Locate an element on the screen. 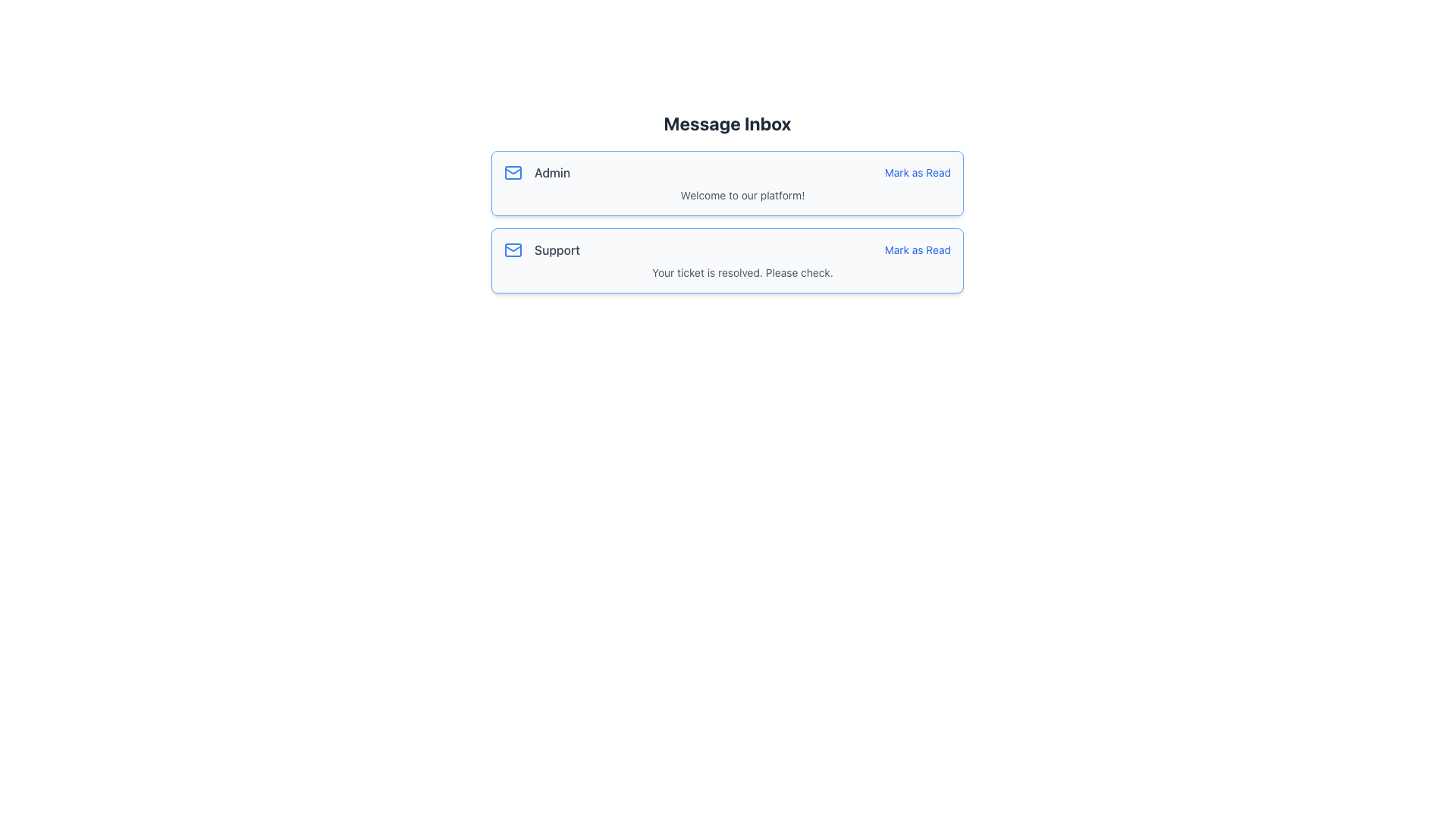 This screenshot has height=819, width=1456. the Text Label that conveys information about the ticket status in the 'Support' section, located beneath the 'Mark as Read' button is located at coordinates (742, 271).